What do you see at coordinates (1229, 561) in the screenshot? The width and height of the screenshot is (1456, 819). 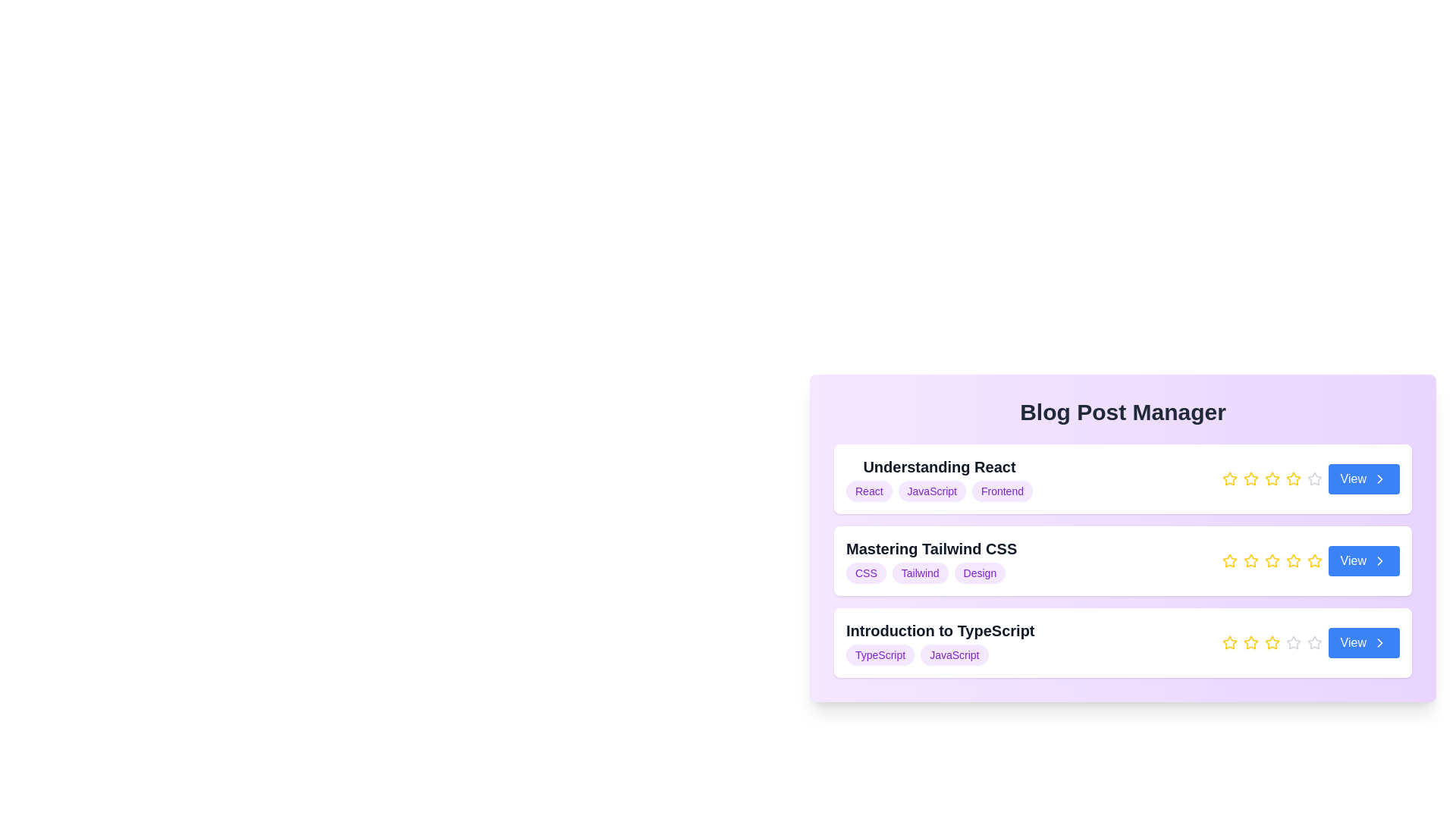 I see `the first star icon` at bounding box center [1229, 561].